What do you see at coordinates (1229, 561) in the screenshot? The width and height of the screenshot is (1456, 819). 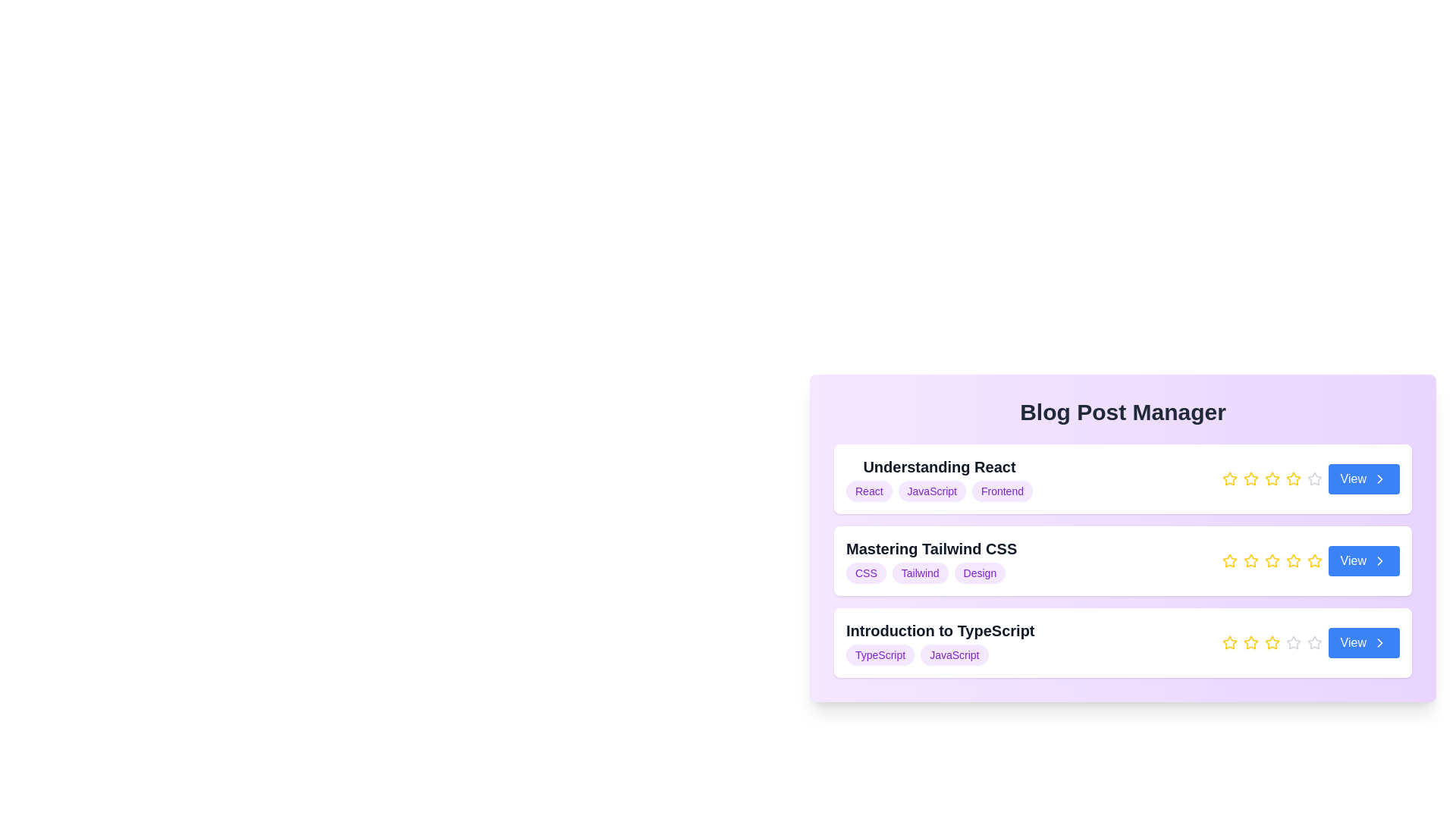 I see `the first star icon` at bounding box center [1229, 561].